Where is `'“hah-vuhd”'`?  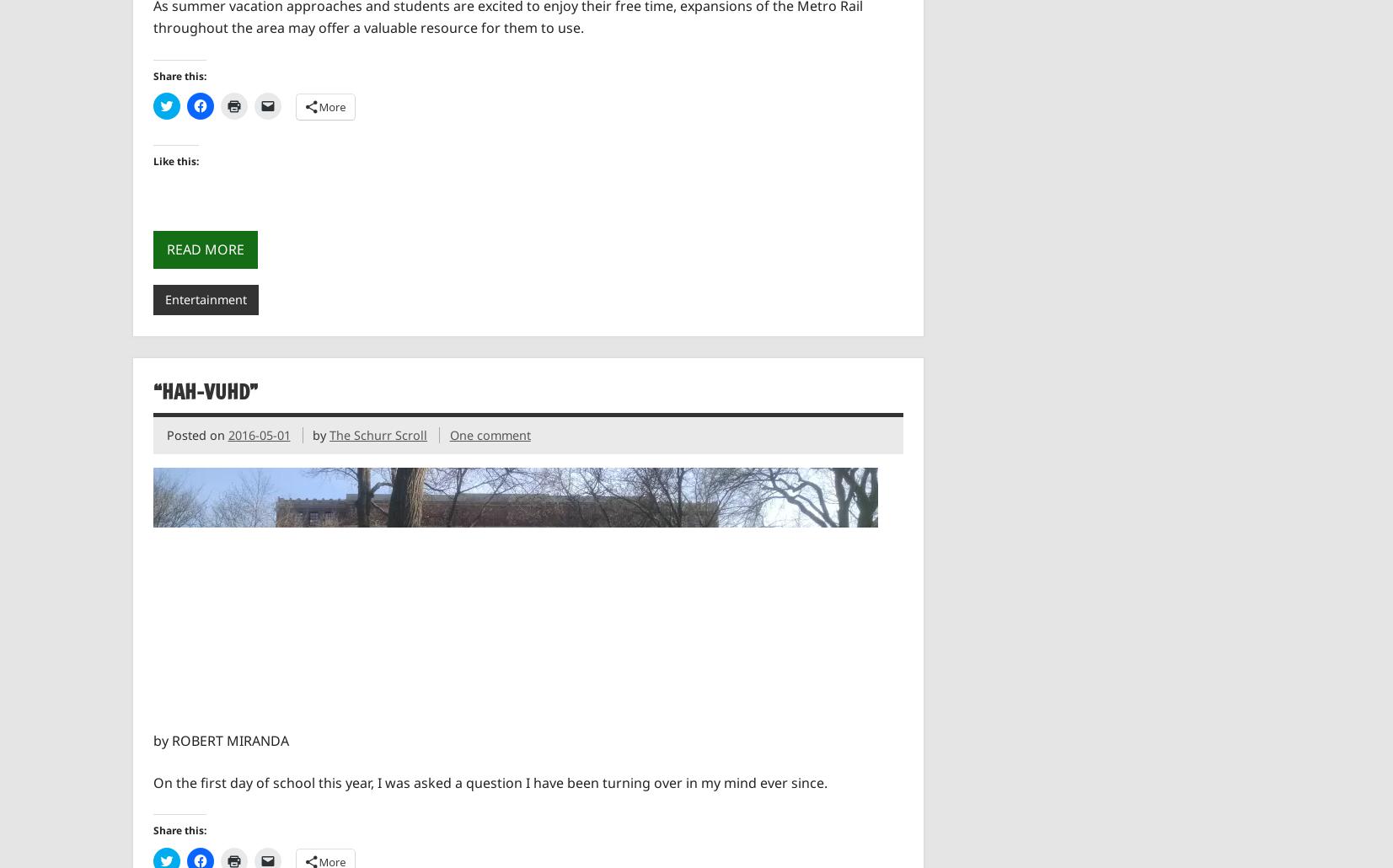 '“hah-vuhd”' is located at coordinates (152, 390).